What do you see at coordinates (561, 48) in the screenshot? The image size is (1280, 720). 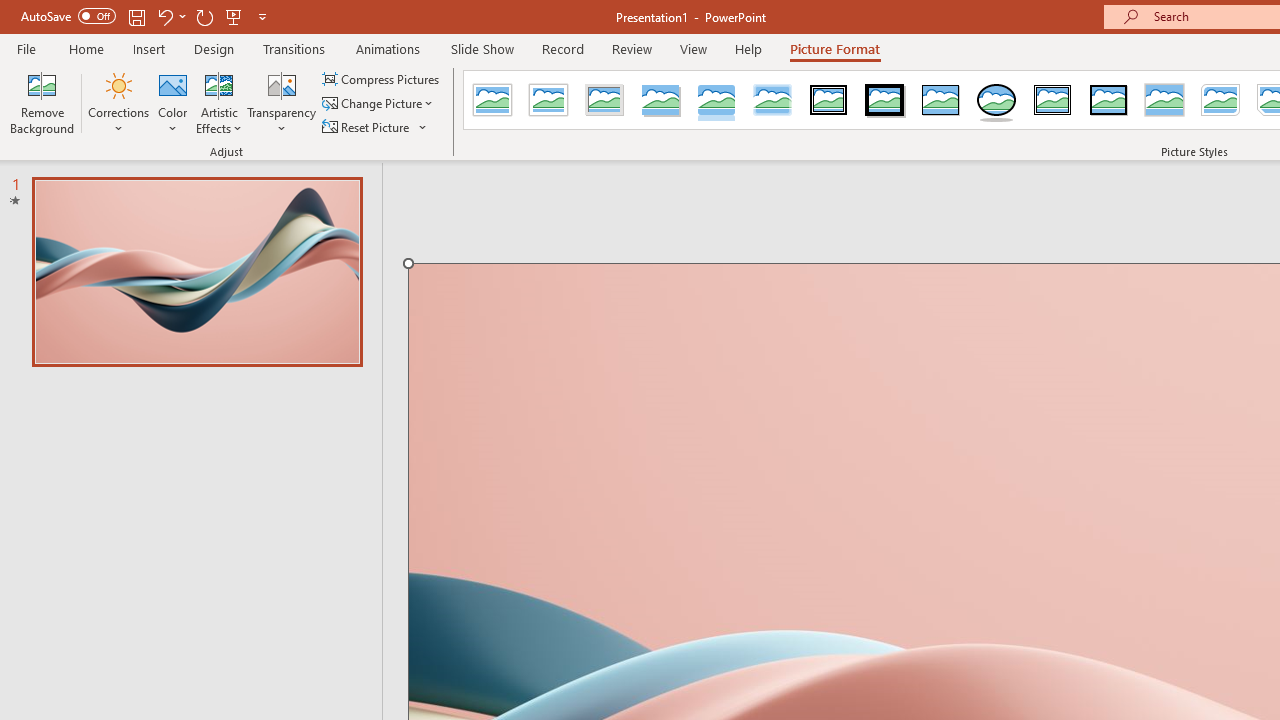 I see `'Record'` at bounding box center [561, 48].